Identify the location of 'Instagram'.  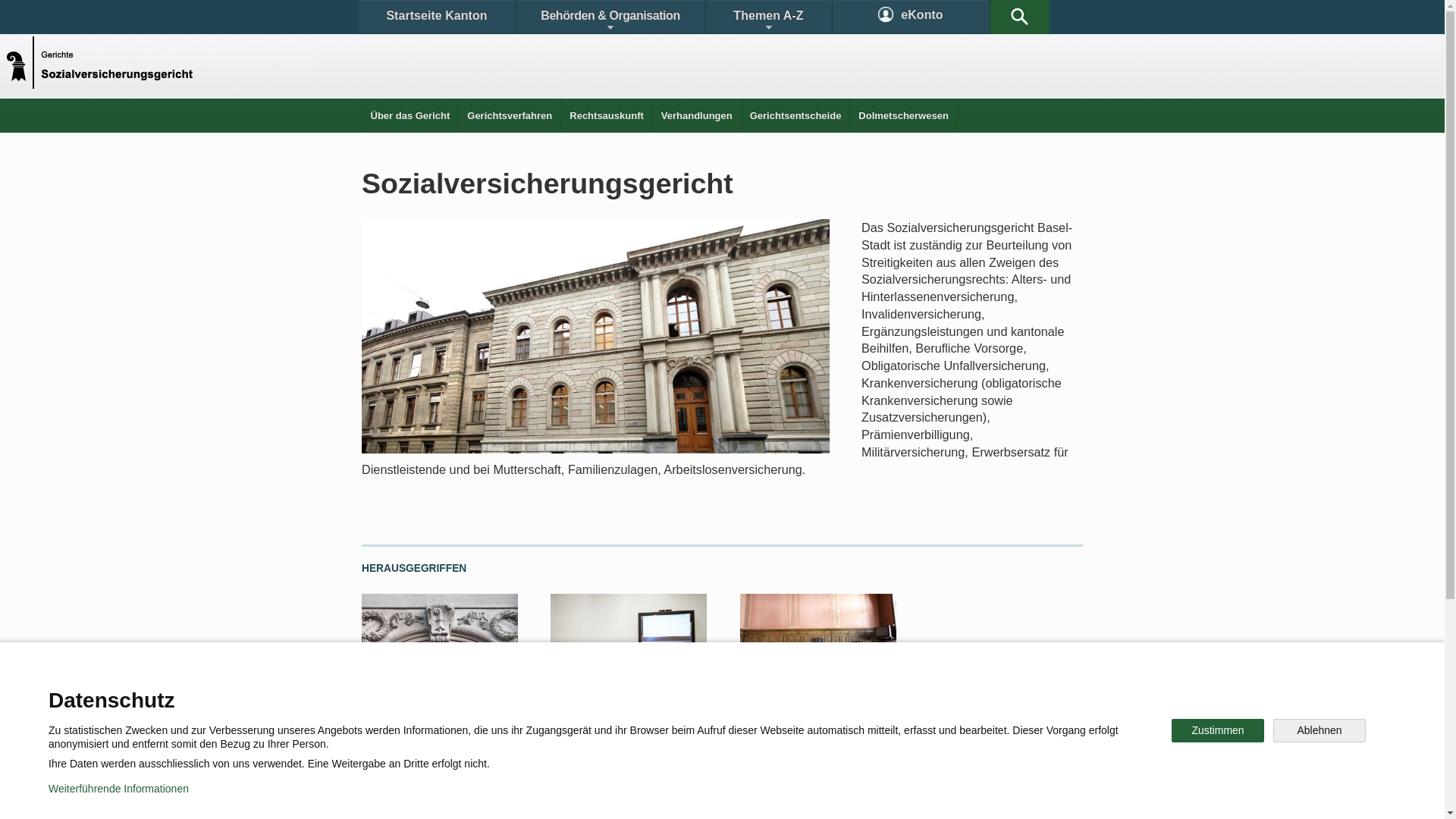
(739, 745).